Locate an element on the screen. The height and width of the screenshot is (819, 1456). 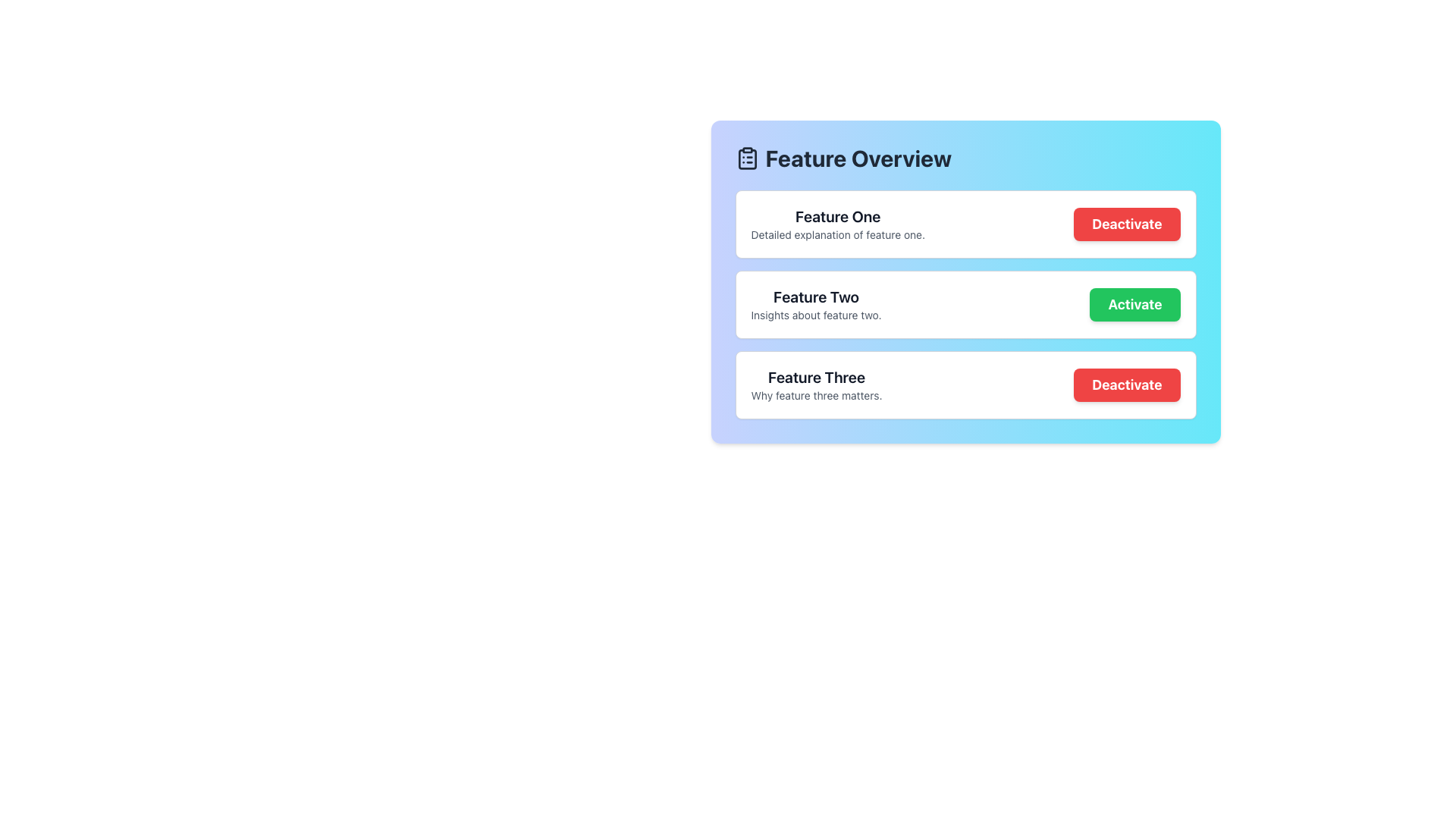
the List item containing the title 'Feature Two' and the green button labeled 'Activate' is located at coordinates (965, 304).